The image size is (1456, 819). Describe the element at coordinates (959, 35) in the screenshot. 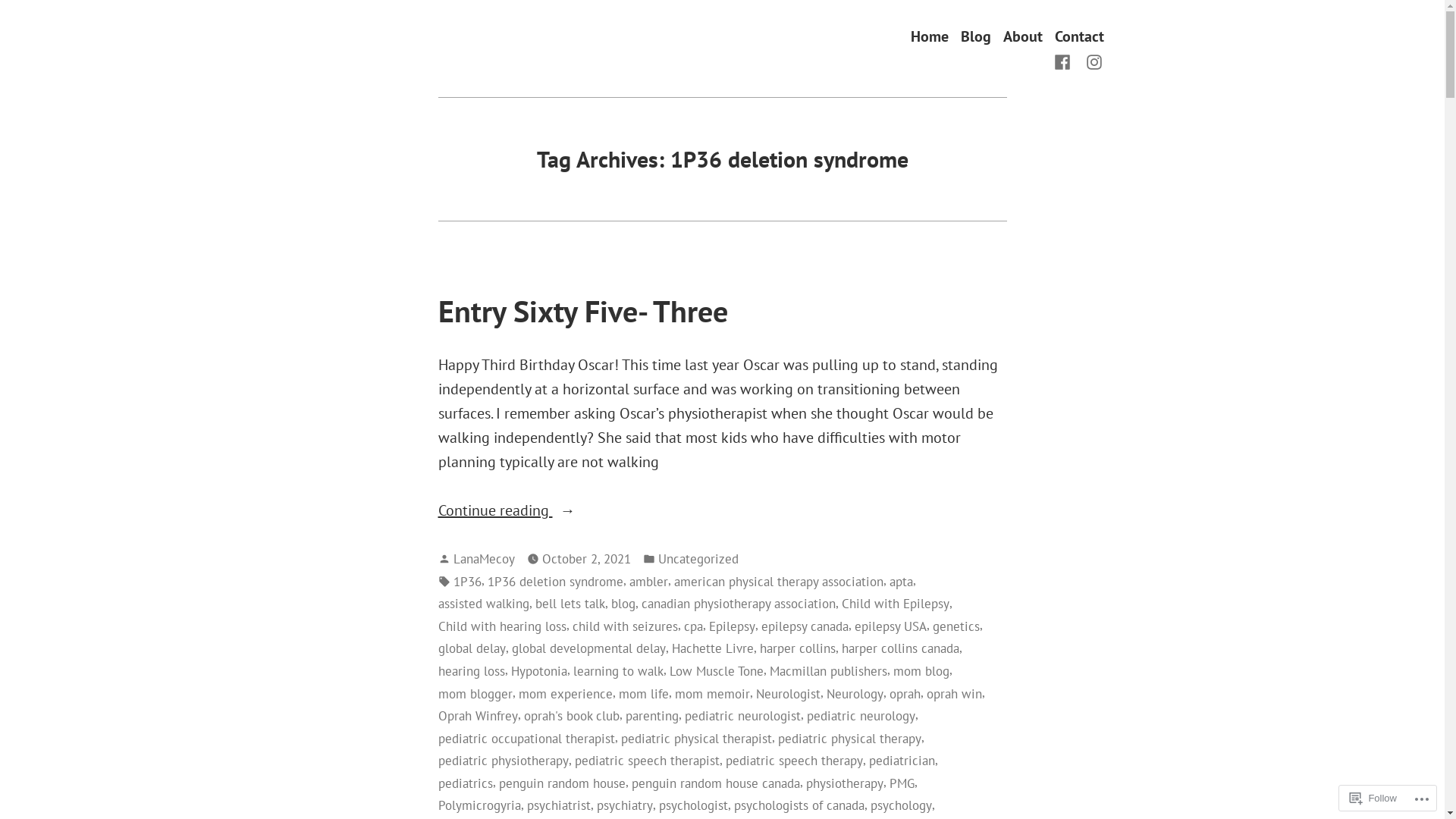

I see `'Blog'` at that location.